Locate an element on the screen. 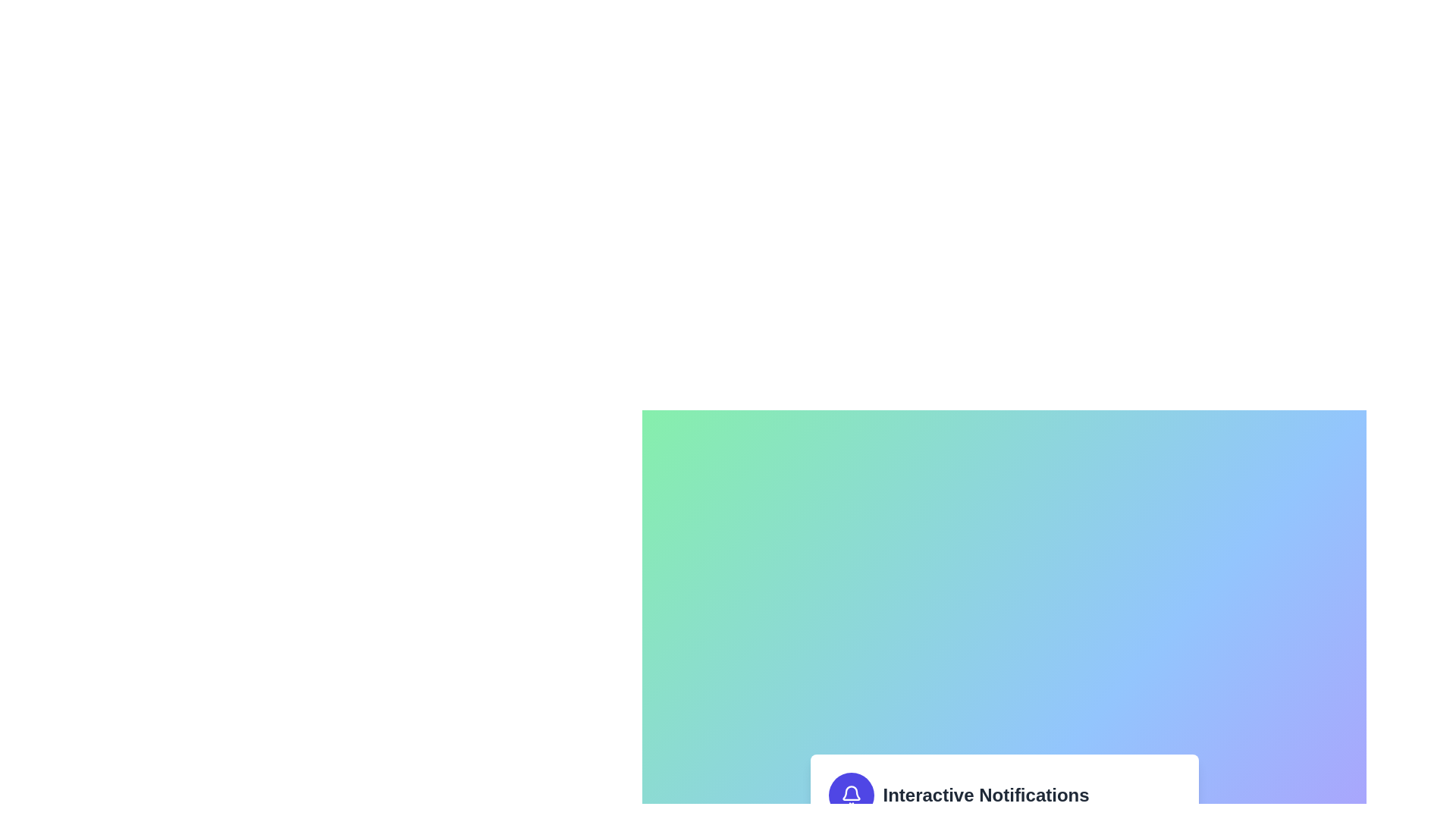 The width and height of the screenshot is (1456, 819). the bell-shaped notification icon that is located at the center of a rounded button with the text 'Check notifications here!' is located at coordinates (851, 795).